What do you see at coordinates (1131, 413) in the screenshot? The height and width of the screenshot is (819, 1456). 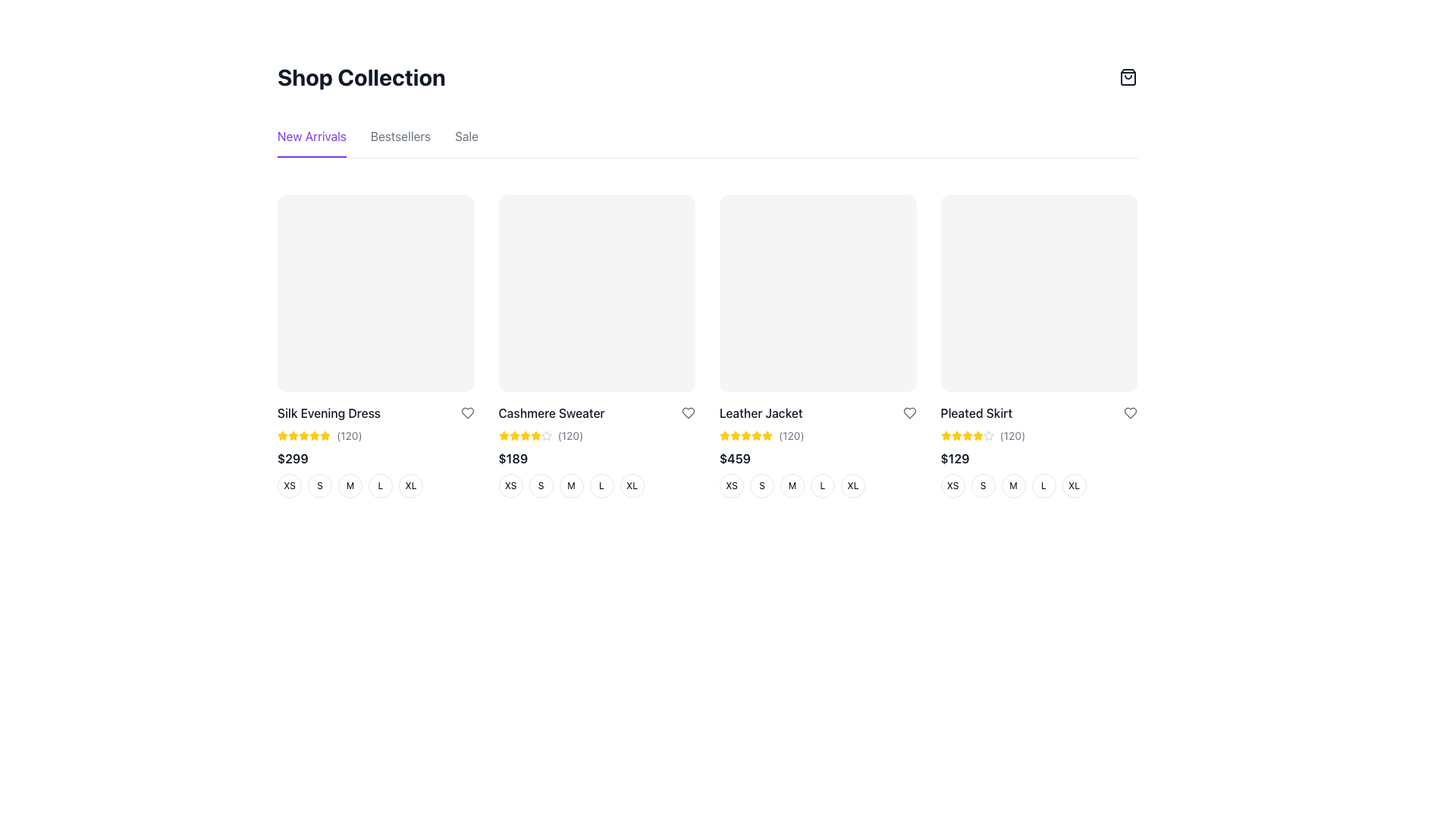 I see `the heart icon button located within the product card for the 'Pleated Skirt', positioned to the right of the item title and above the price details` at bounding box center [1131, 413].